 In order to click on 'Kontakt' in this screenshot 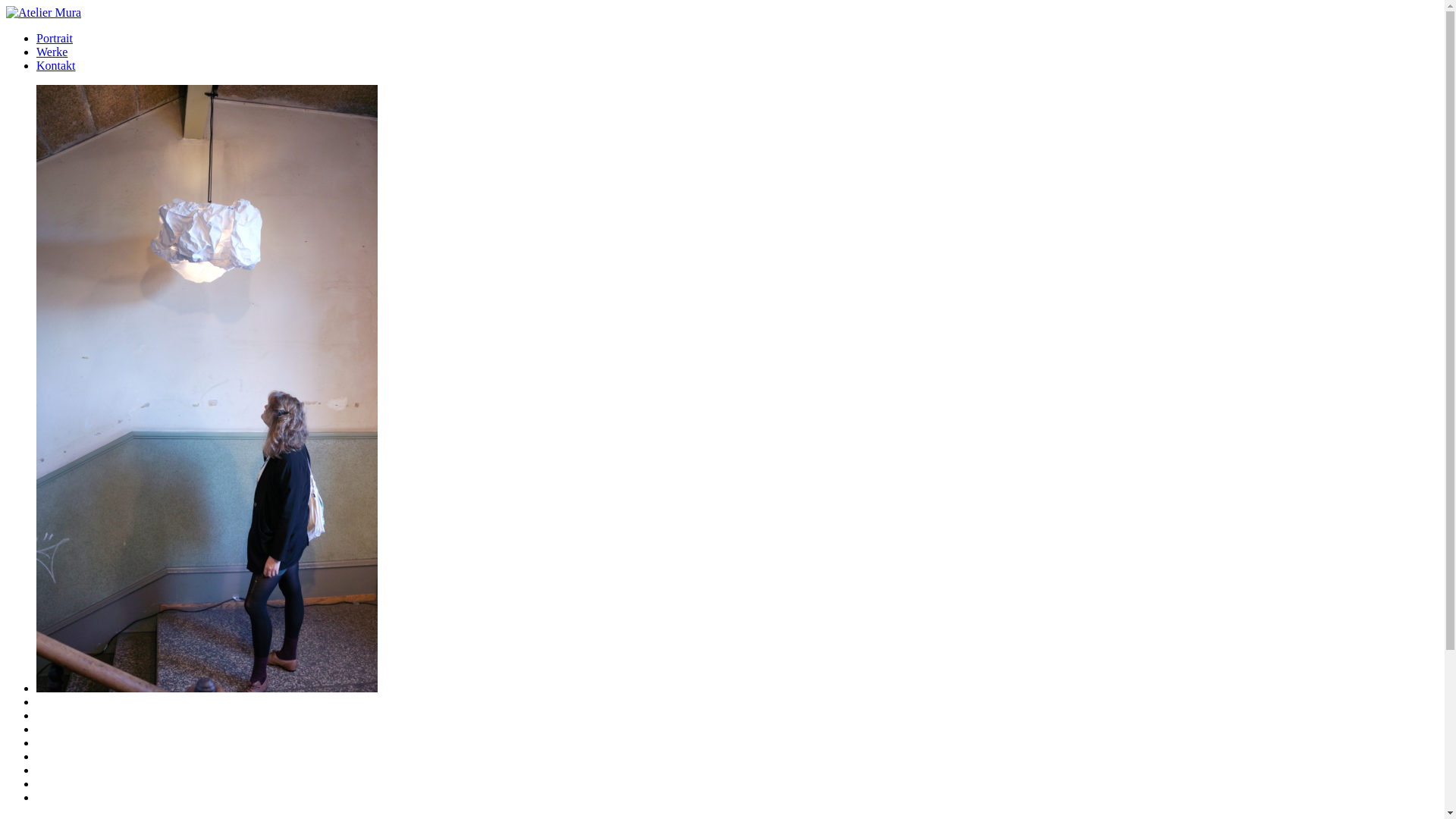, I will do `click(55, 64)`.